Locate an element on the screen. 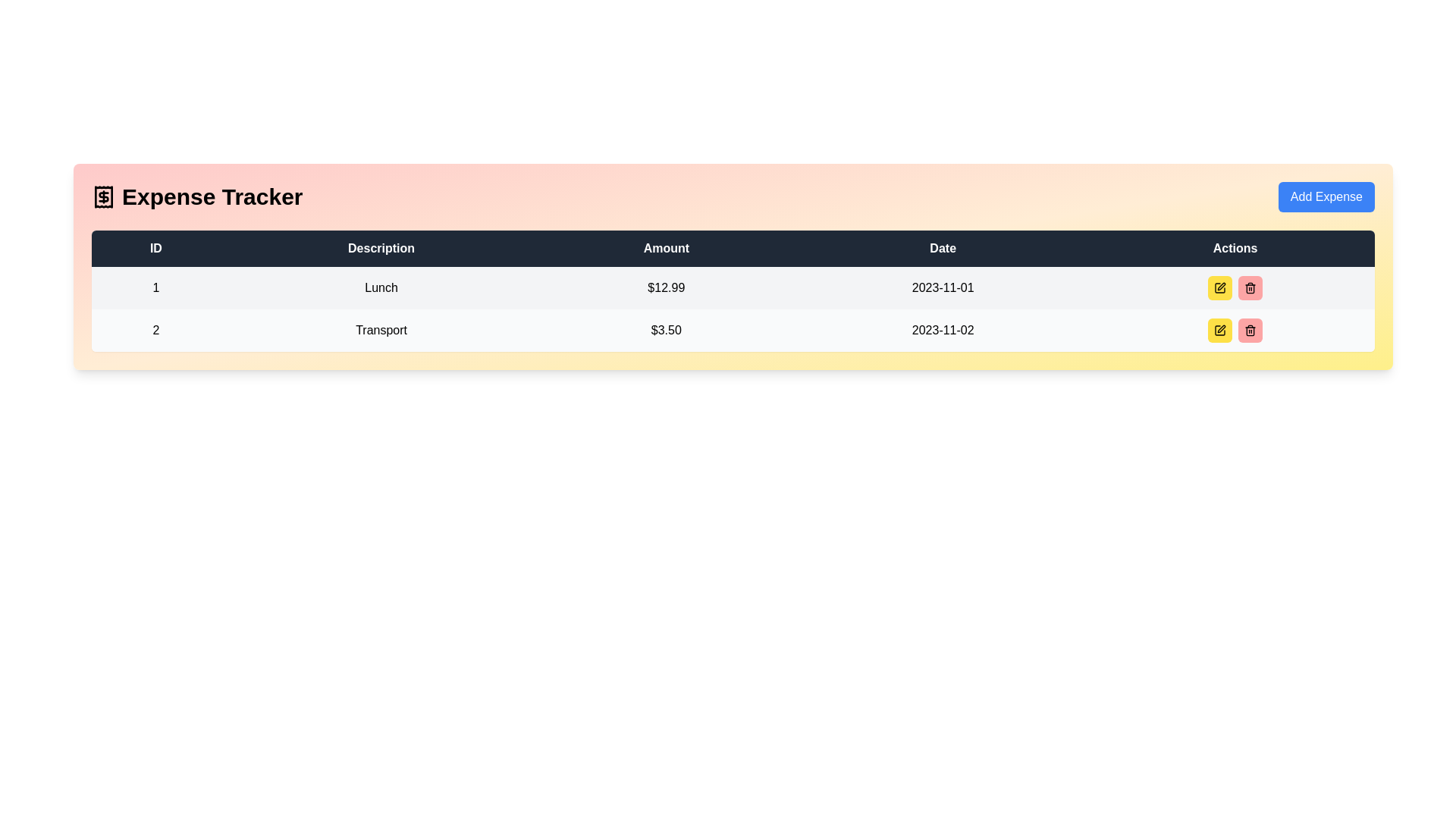 This screenshot has width=1456, height=819. the delete icon button located in the 'Actions' column of the second row in the table is located at coordinates (1250, 329).